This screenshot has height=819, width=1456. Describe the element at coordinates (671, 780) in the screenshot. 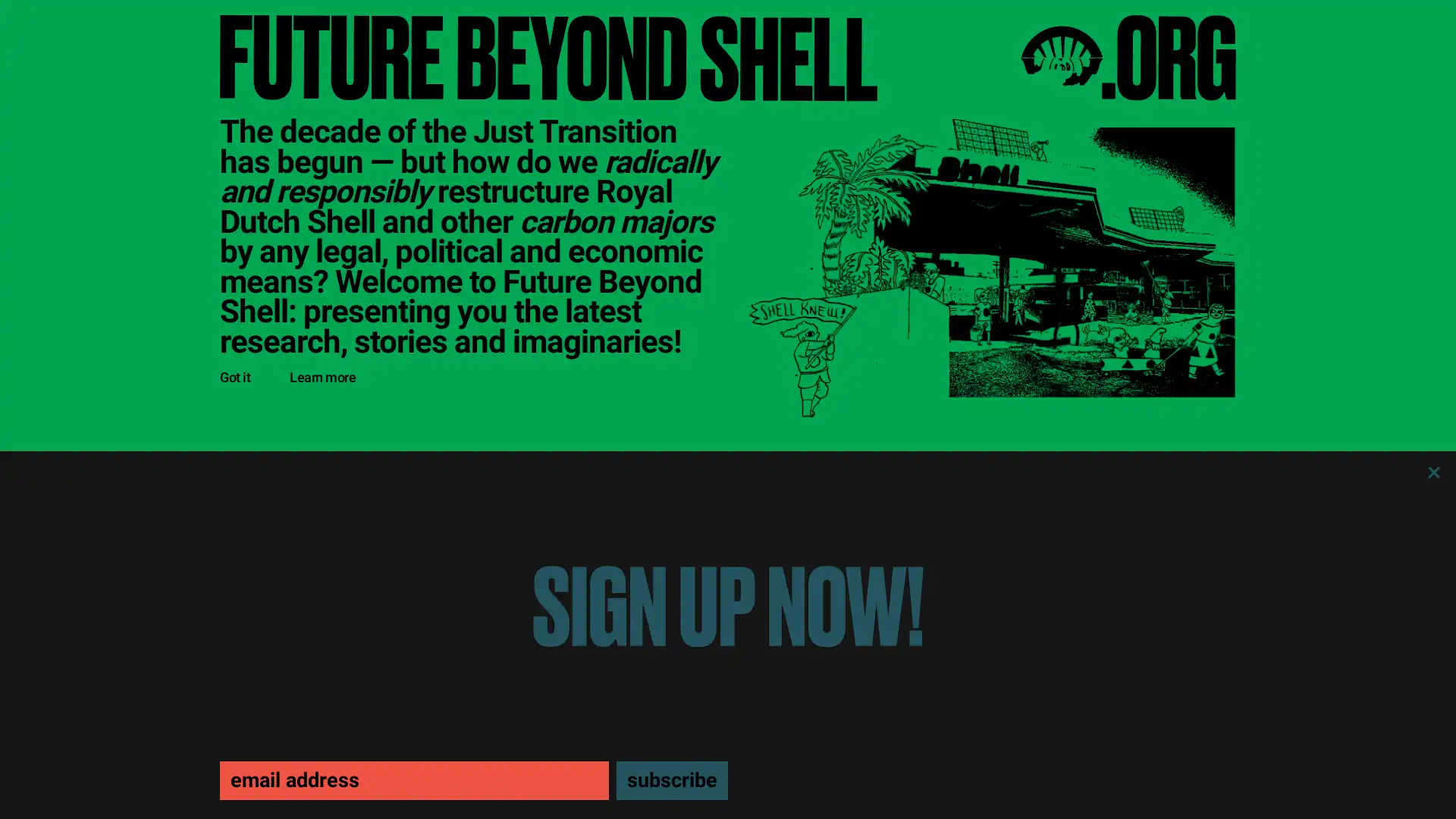

I see `subscribe` at that location.